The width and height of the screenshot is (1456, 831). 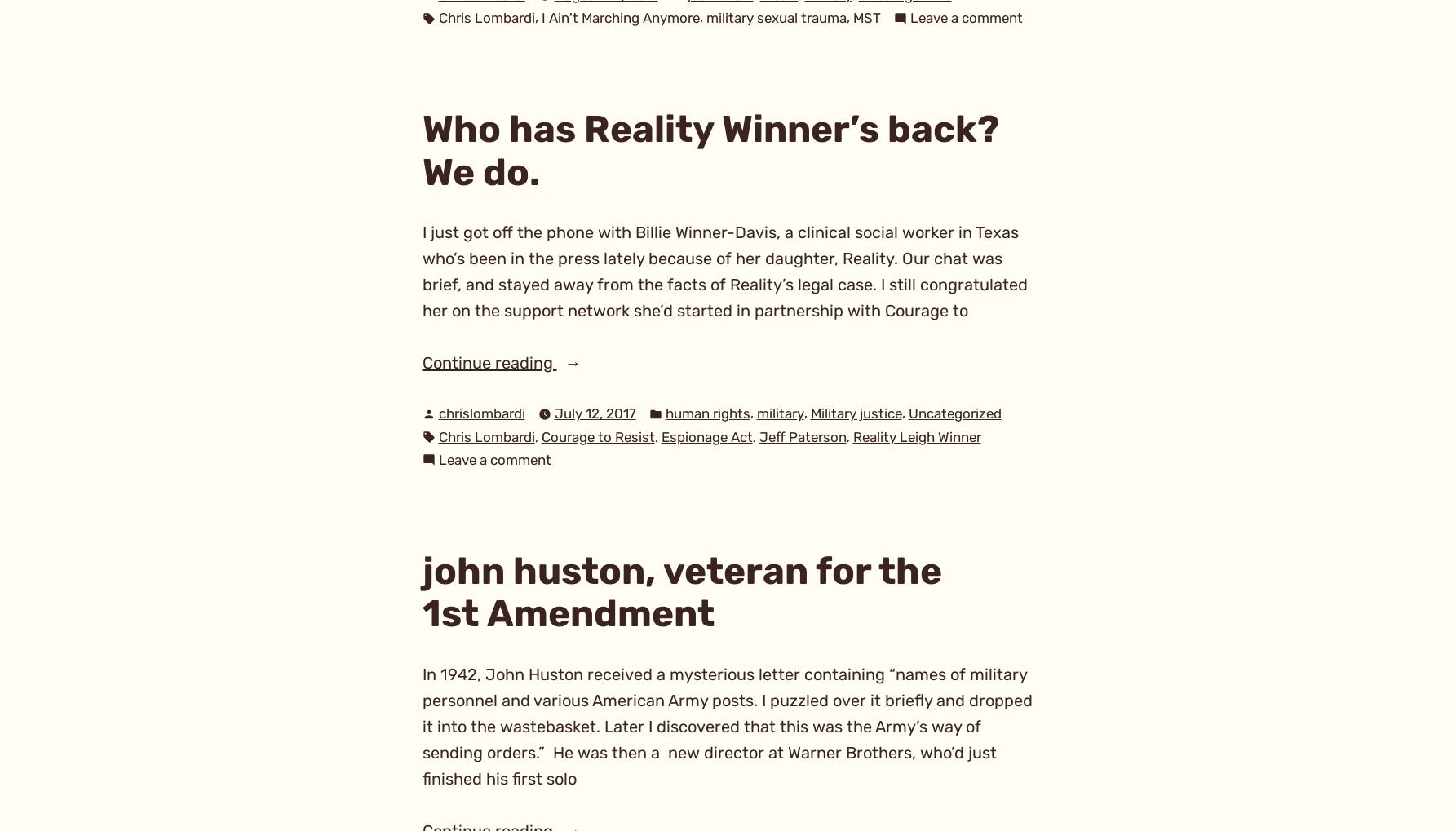 I want to click on 'July 12, 2017', so click(x=593, y=412).